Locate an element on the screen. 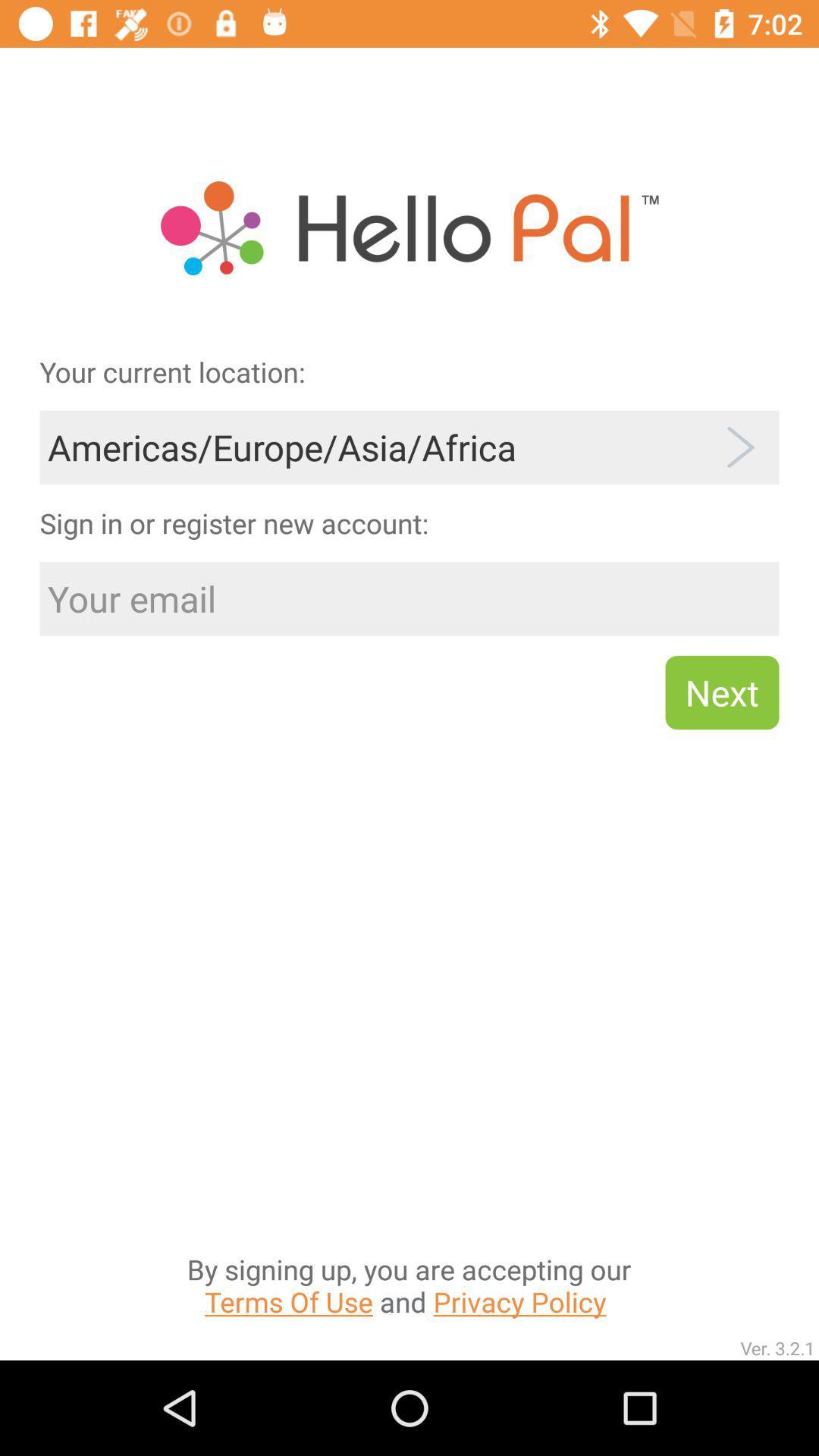 The height and width of the screenshot is (1456, 819). item above your current location: item is located at coordinates (409, 180).